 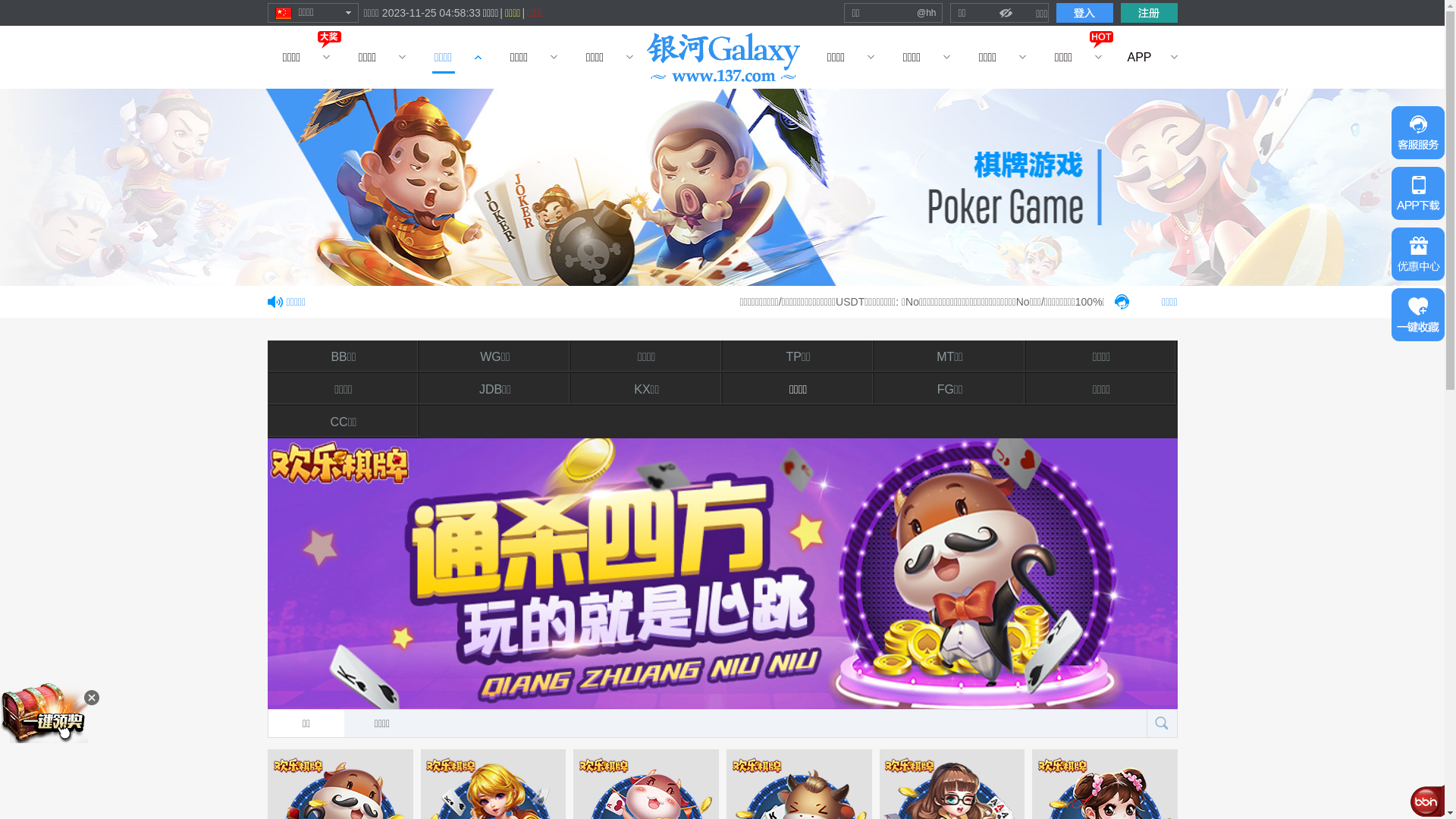 What do you see at coordinates (1139, 56) in the screenshot?
I see `'APP'` at bounding box center [1139, 56].